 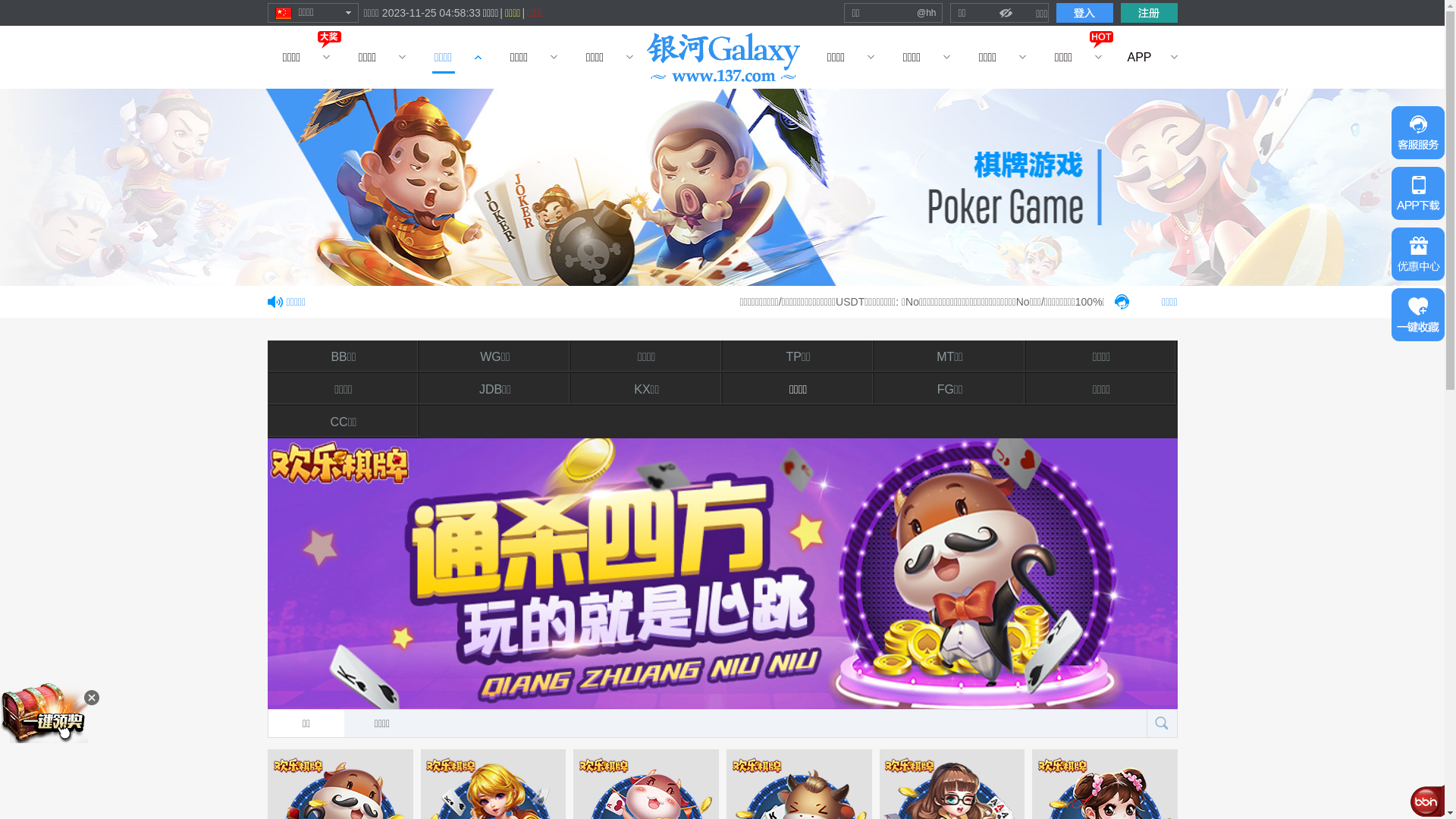 What do you see at coordinates (1139, 56) in the screenshot?
I see `'APP'` at bounding box center [1139, 56].